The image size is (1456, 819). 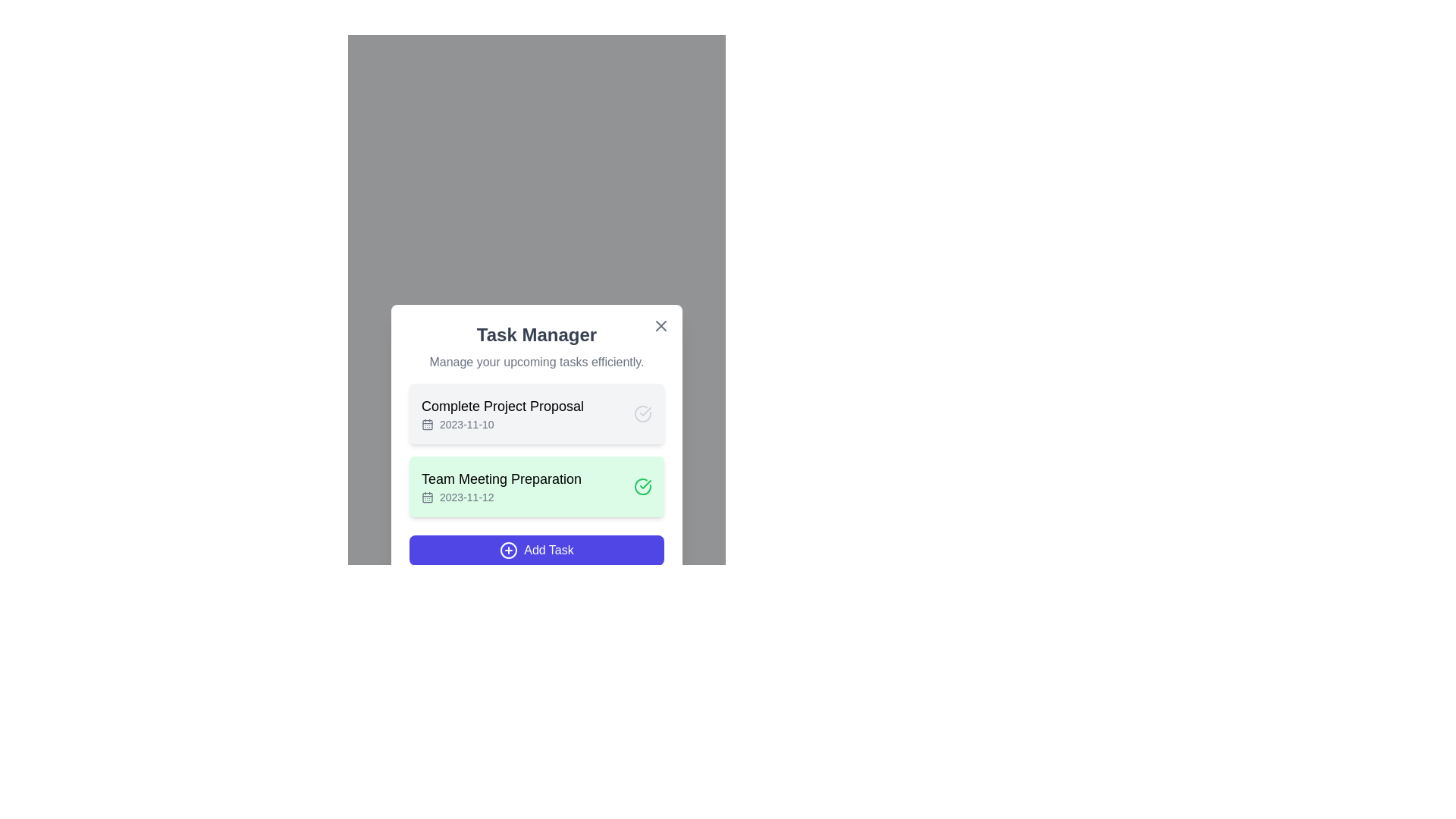 What do you see at coordinates (509, 550) in the screenshot?
I see `the 'Add Task' button by clicking on its center, which contains an SVG Circle as part of its icon` at bounding box center [509, 550].